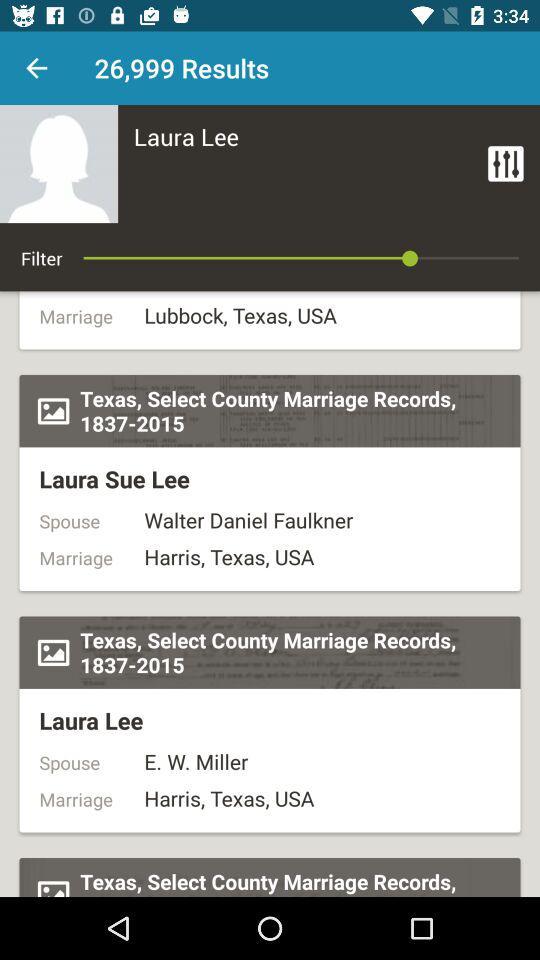  I want to click on icon next to the 26,999 results item, so click(36, 68).